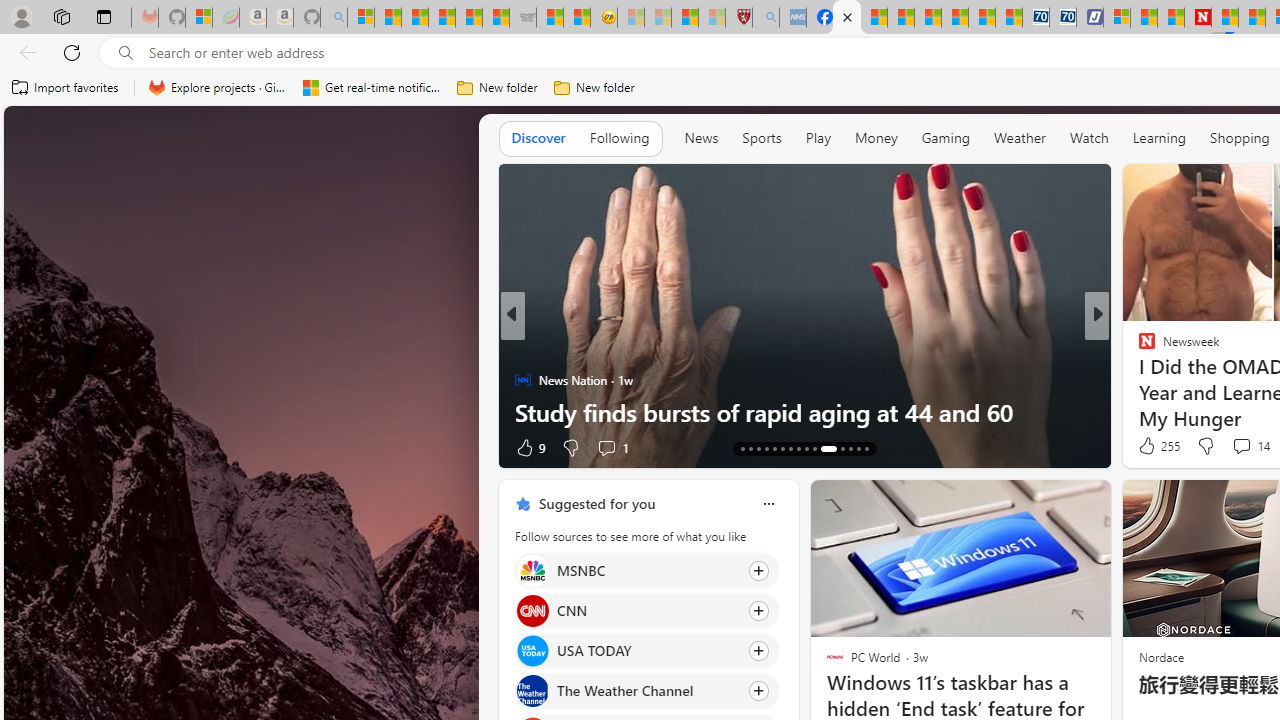 The height and width of the screenshot is (720, 1280). Describe the element at coordinates (742, 447) in the screenshot. I see `'AutomationID: tab-66'` at that location.